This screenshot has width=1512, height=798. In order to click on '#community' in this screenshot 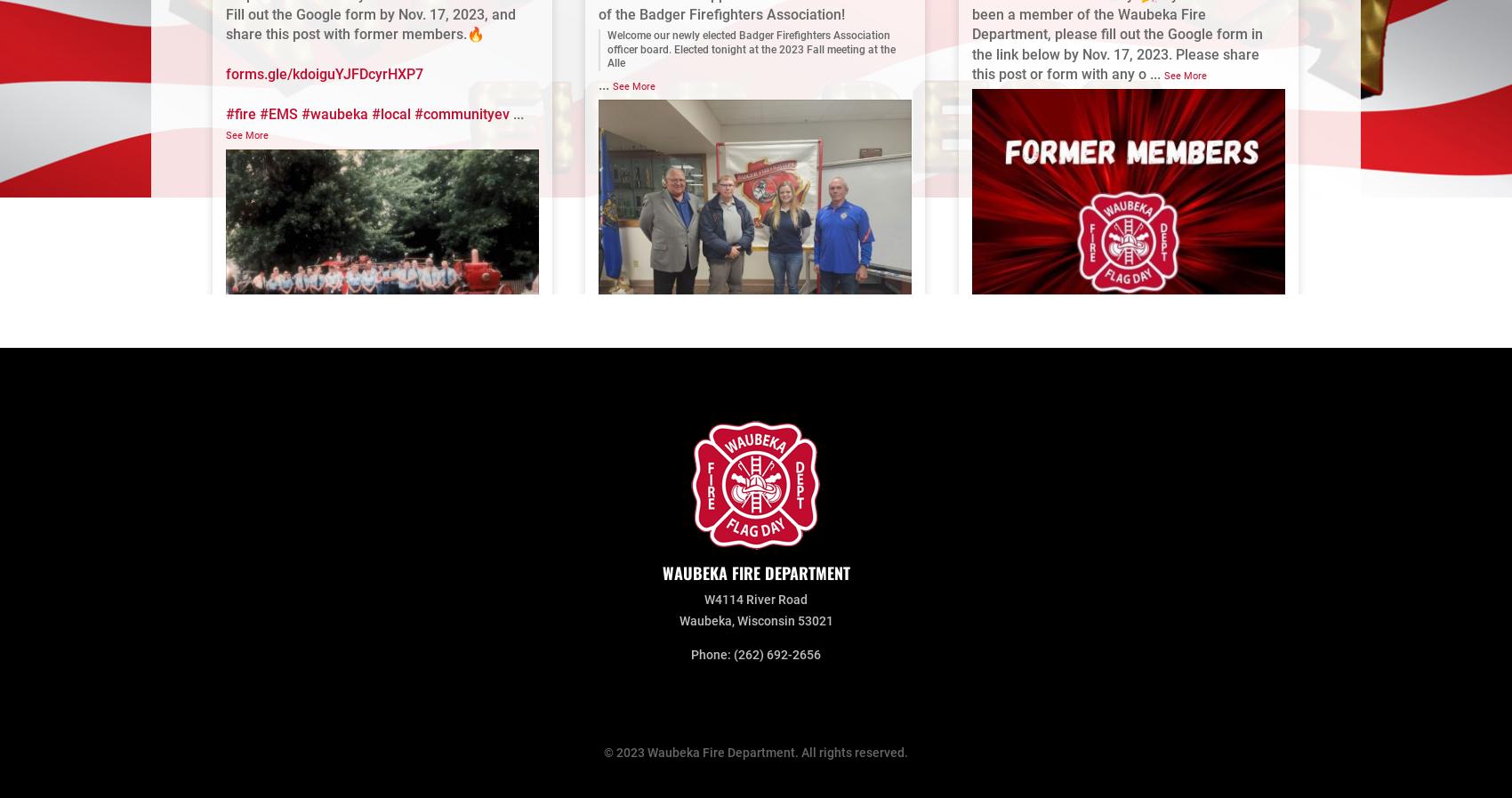, I will do `click(1018, 640)`.